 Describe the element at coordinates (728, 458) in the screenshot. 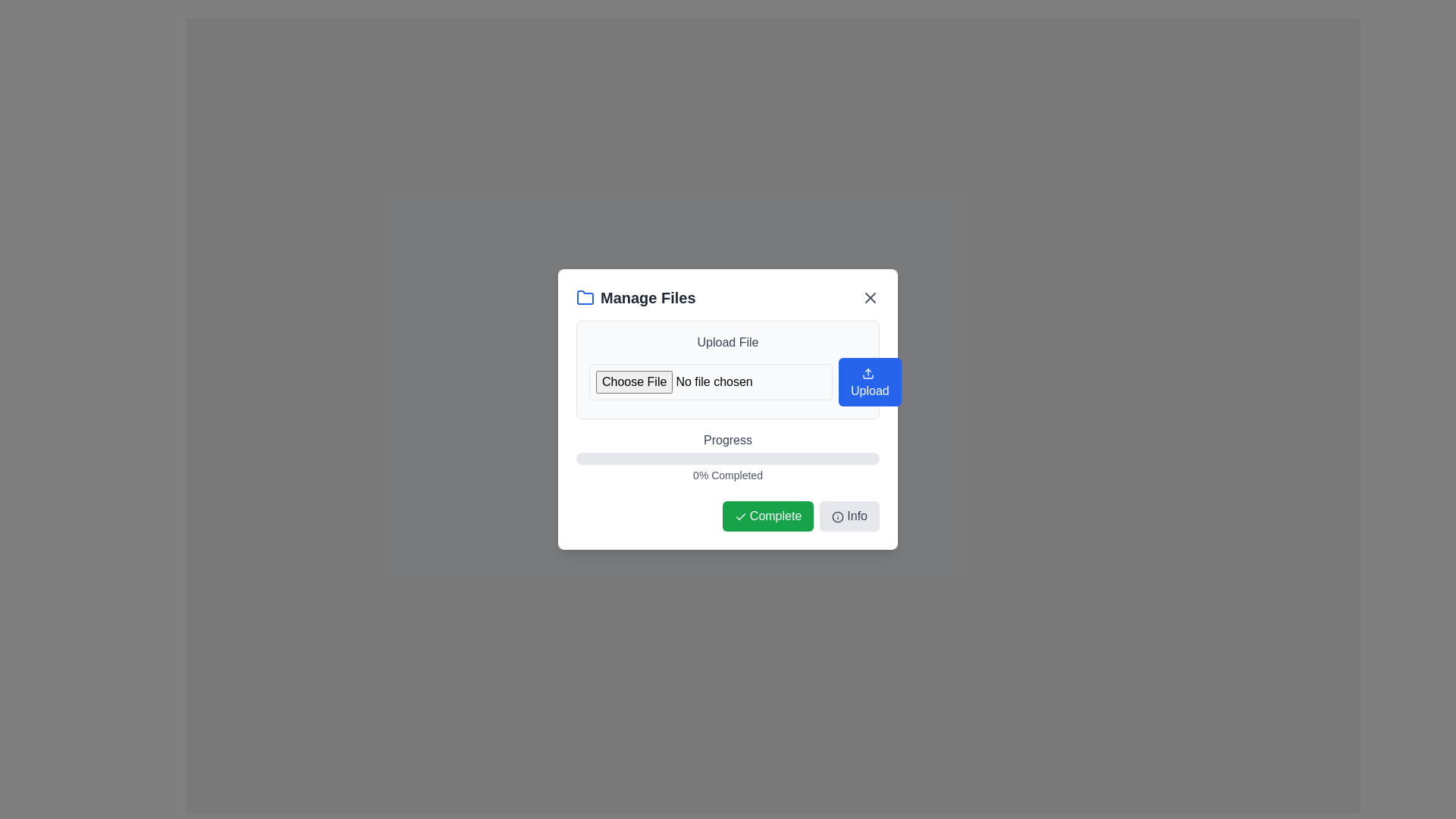

I see `the Progress bar located below the text 'Progress' and above '0% Completed' in the centered modal dialog` at that location.